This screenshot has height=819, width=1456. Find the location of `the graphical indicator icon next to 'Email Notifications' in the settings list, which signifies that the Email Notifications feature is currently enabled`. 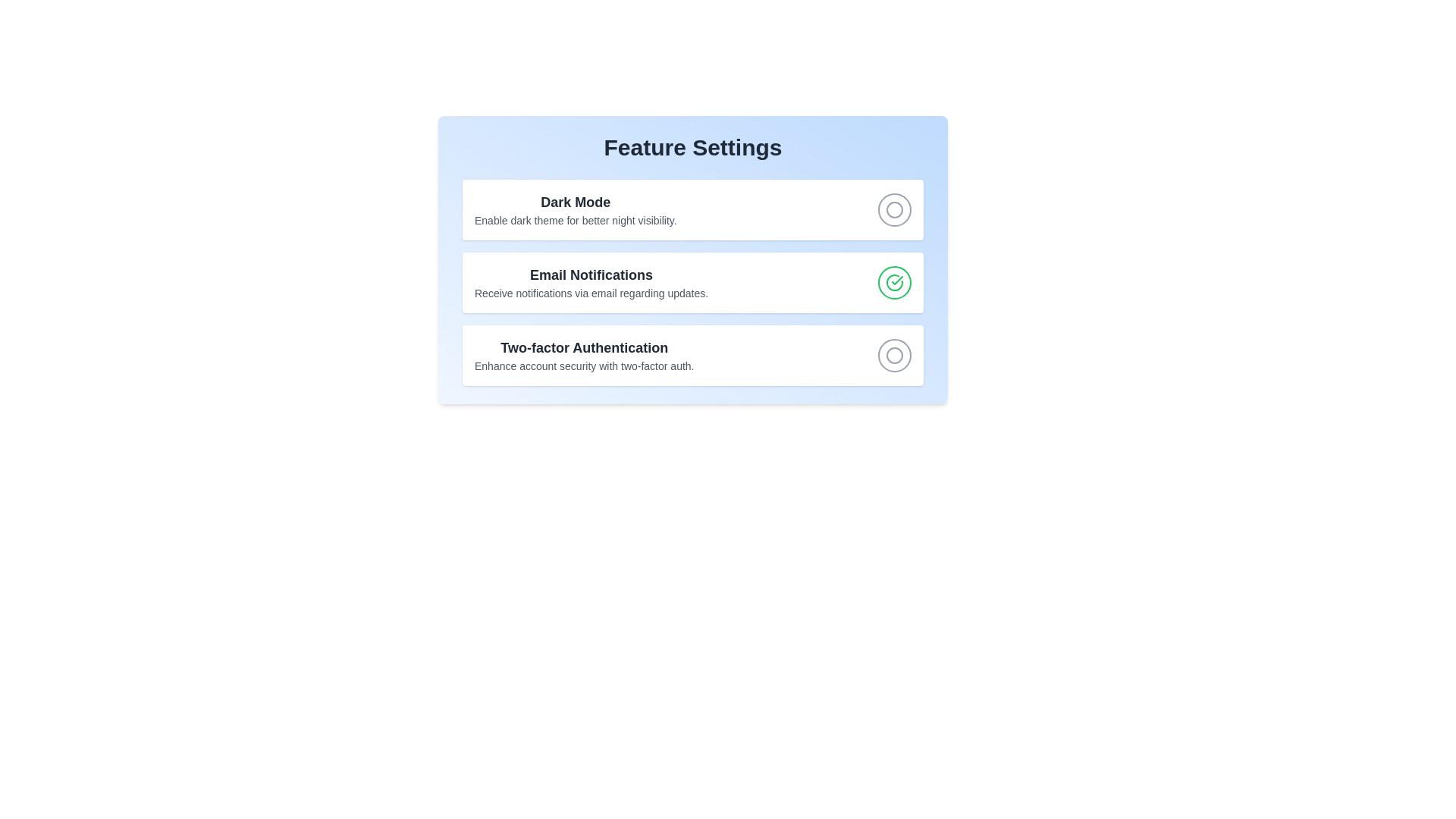

the graphical indicator icon next to 'Email Notifications' in the settings list, which signifies that the Email Notifications feature is currently enabled is located at coordinates (895, 283).